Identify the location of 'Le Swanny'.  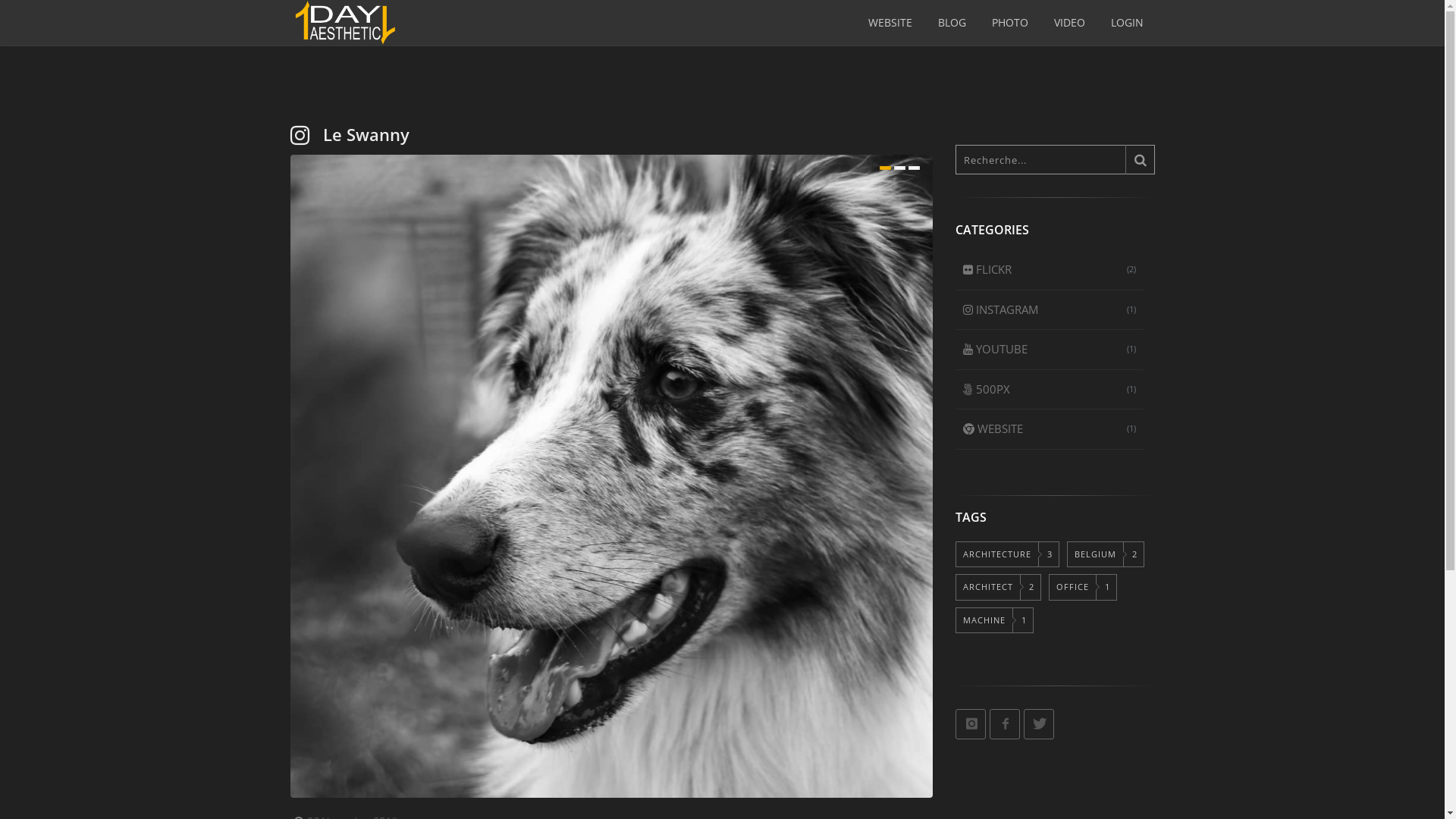
(366, 133).